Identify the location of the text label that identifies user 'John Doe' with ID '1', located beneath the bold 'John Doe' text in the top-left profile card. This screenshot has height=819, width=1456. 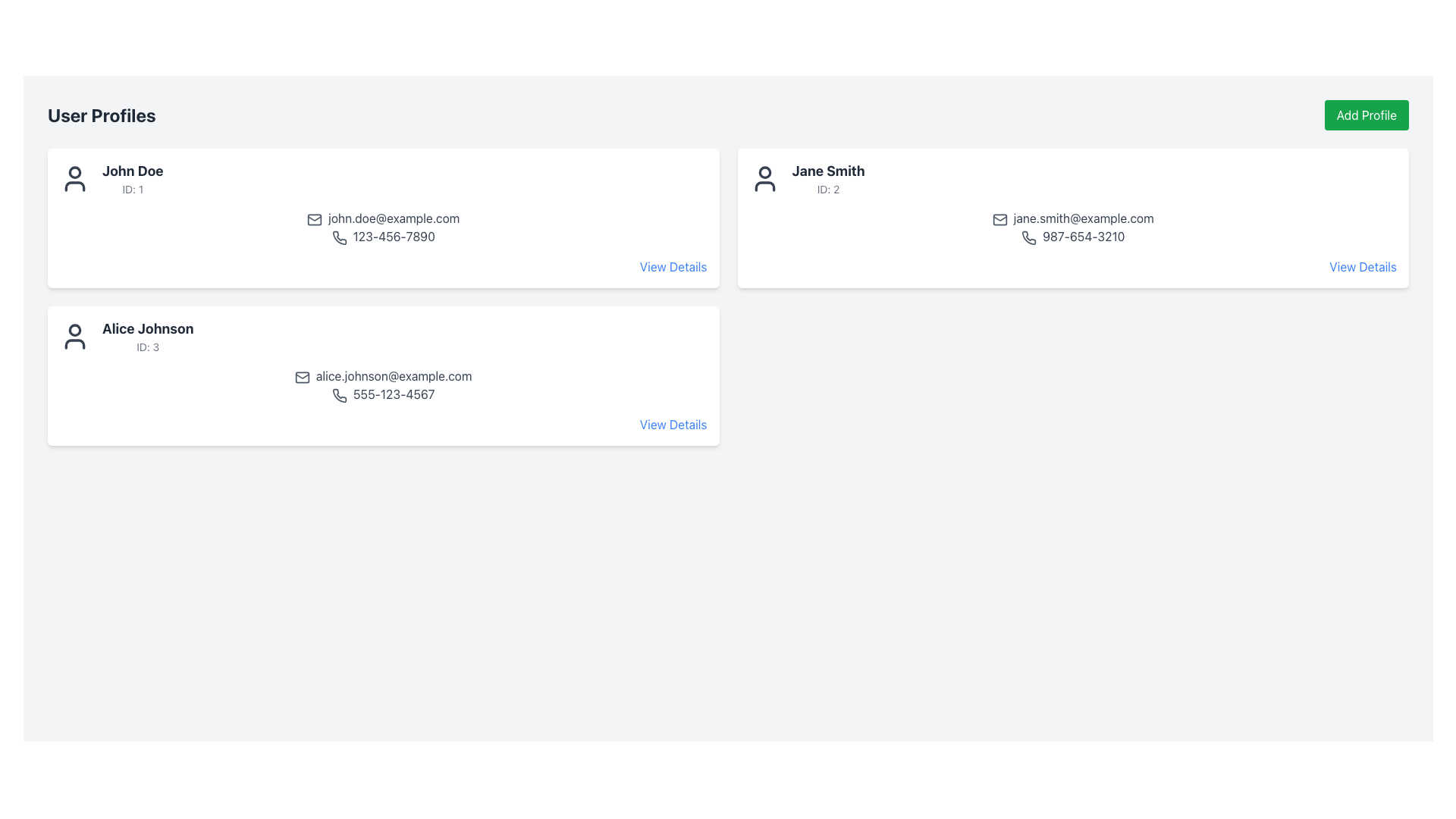
(133, 189).